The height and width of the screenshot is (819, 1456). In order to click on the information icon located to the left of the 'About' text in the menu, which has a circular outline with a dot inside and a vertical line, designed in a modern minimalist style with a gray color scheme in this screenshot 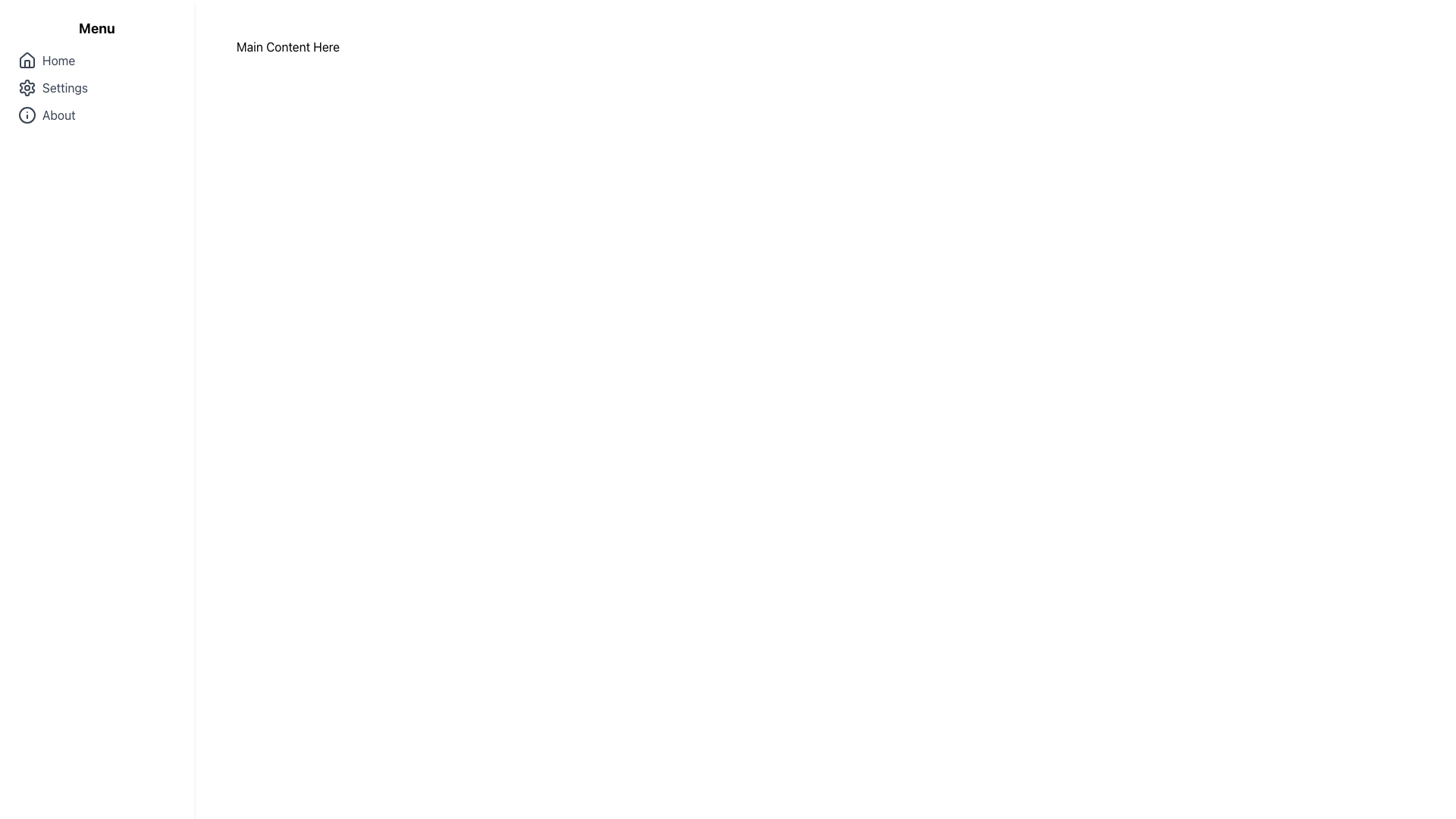, I will do `click(27, 114)`.